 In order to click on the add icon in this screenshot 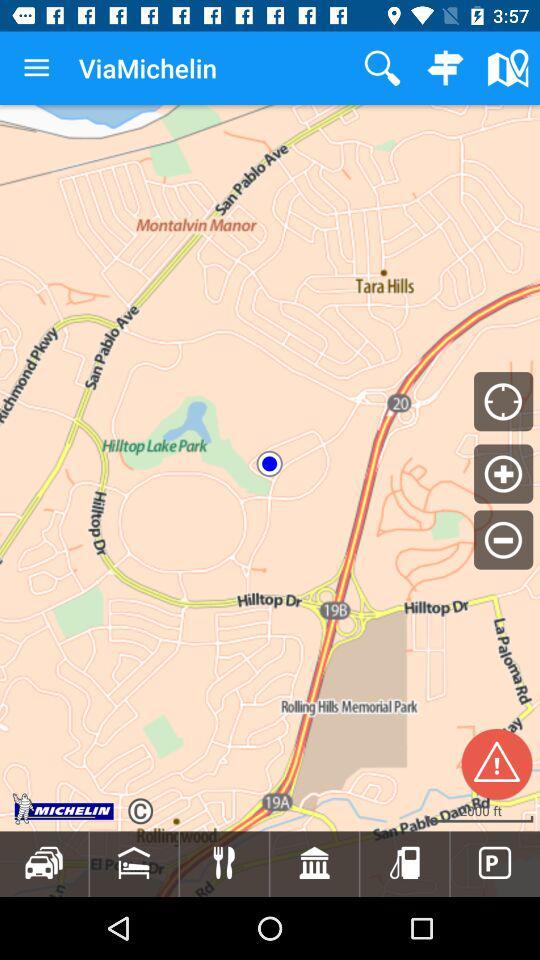, I will do `click(502, 473)`.